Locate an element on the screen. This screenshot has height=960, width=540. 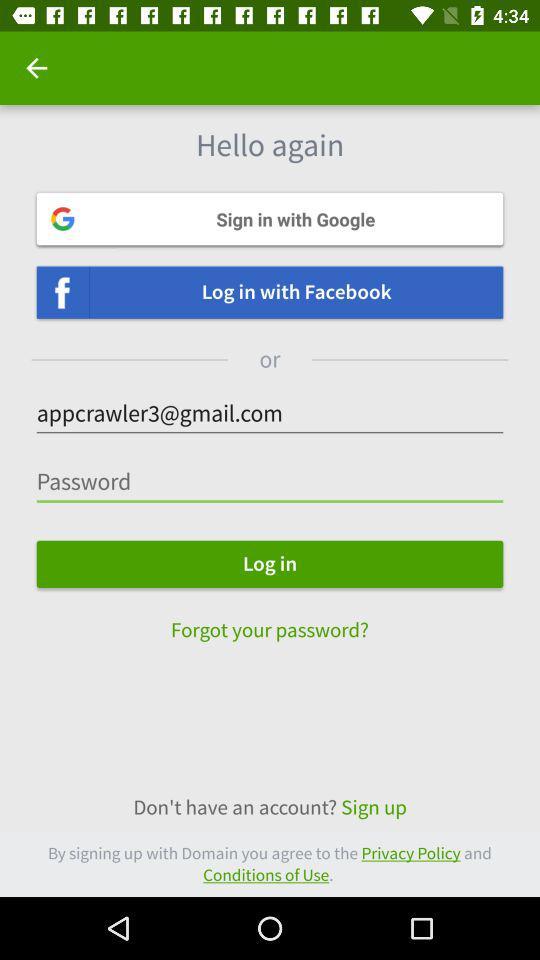
the don t have icon is located at coordinates (270, 807).